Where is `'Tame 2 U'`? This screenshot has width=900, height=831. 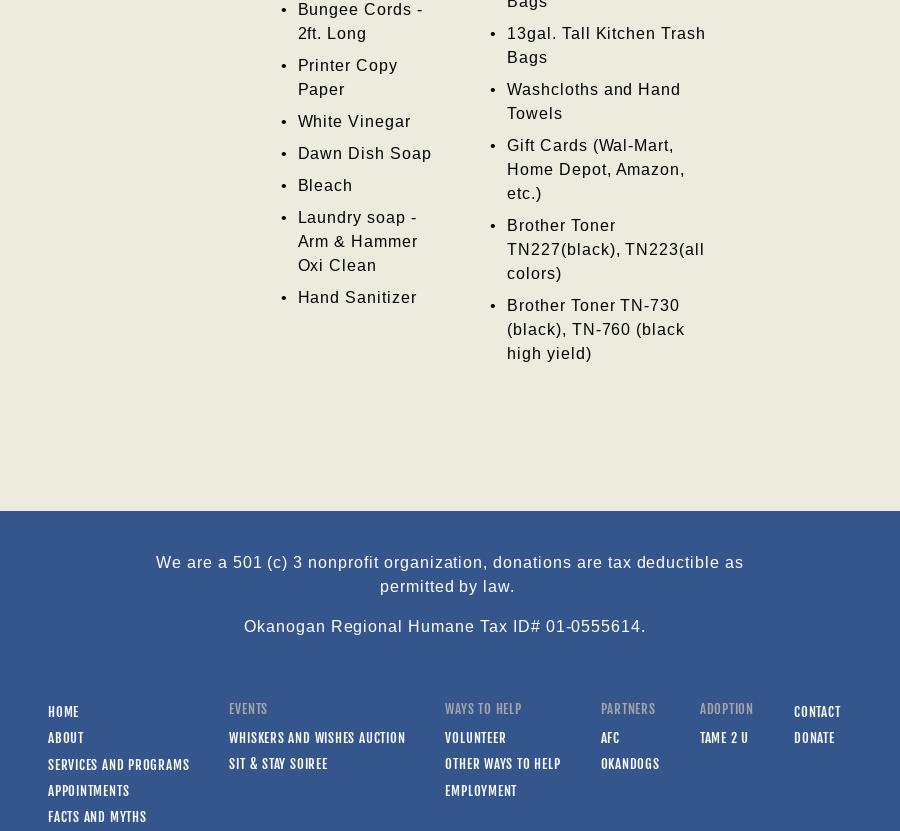
'Tame 2 U' is located at coordinates (722, 737).